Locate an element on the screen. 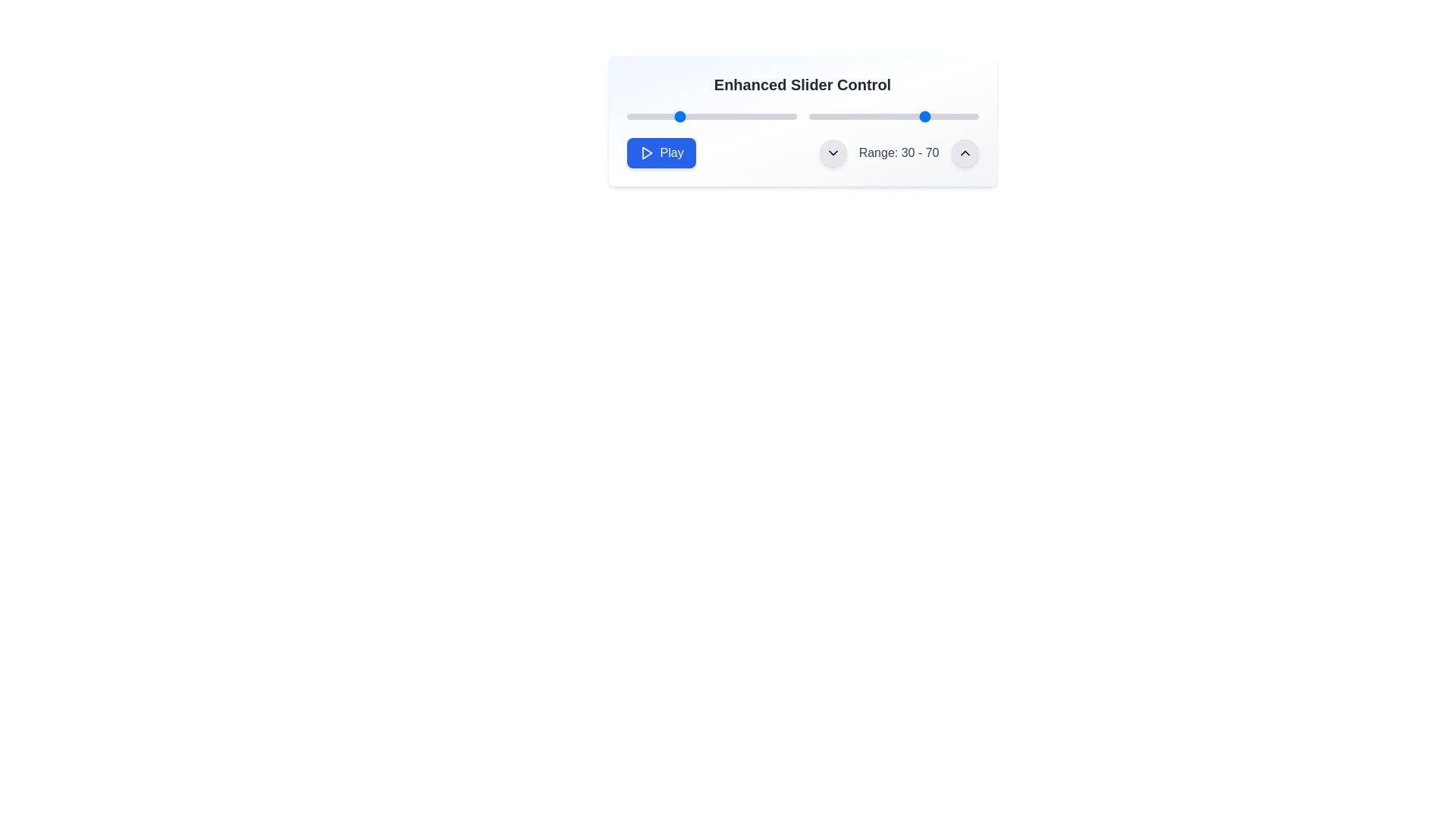 This screenshot has width=1456, height=819. the slider is located at coordinates (697, 116).